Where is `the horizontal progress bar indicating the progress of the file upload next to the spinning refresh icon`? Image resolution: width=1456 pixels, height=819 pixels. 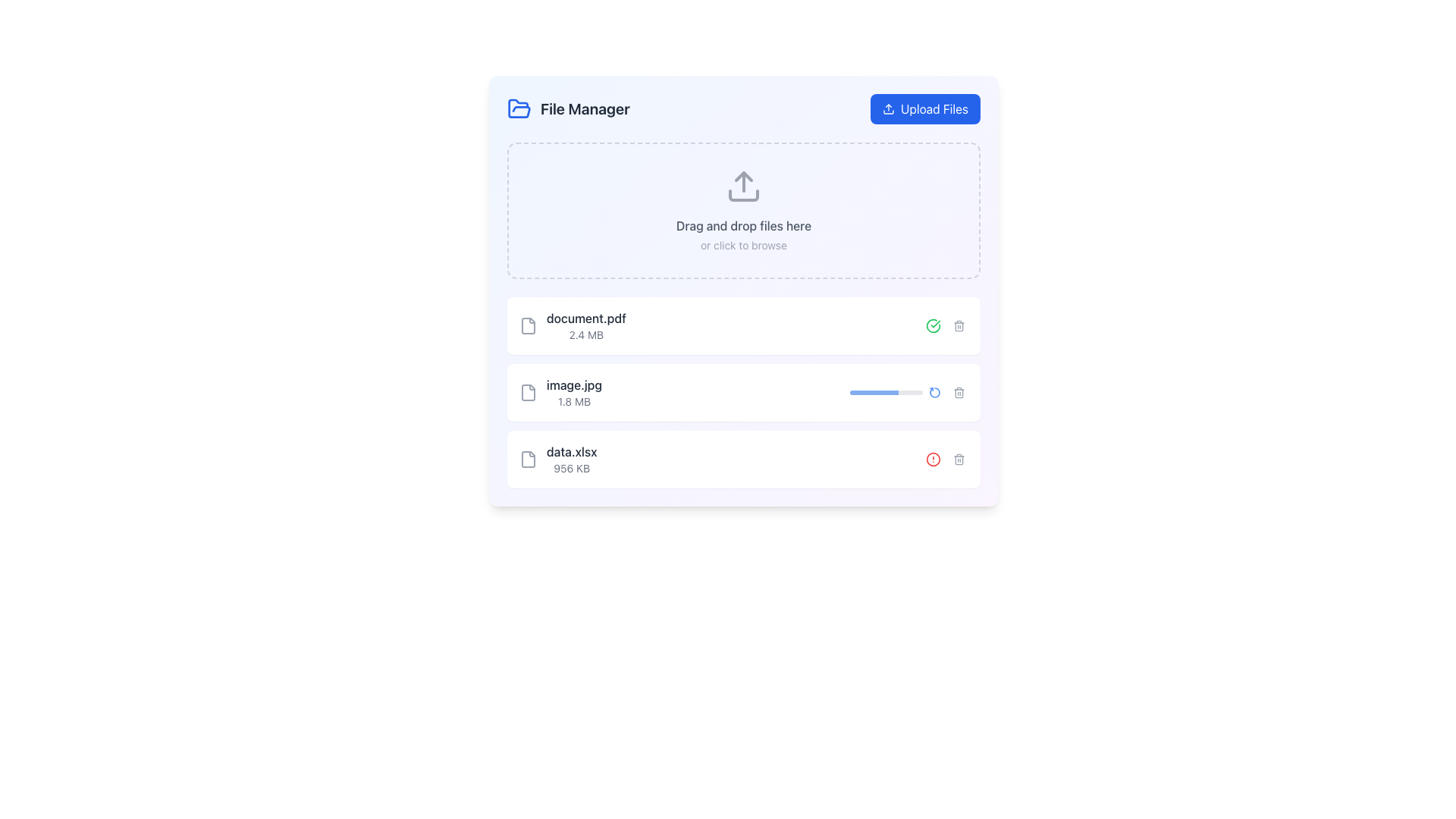 the horizontal progress bar indicating the progress of the file upload next to the spinning refresh icon is located at coordinates (909, 391).